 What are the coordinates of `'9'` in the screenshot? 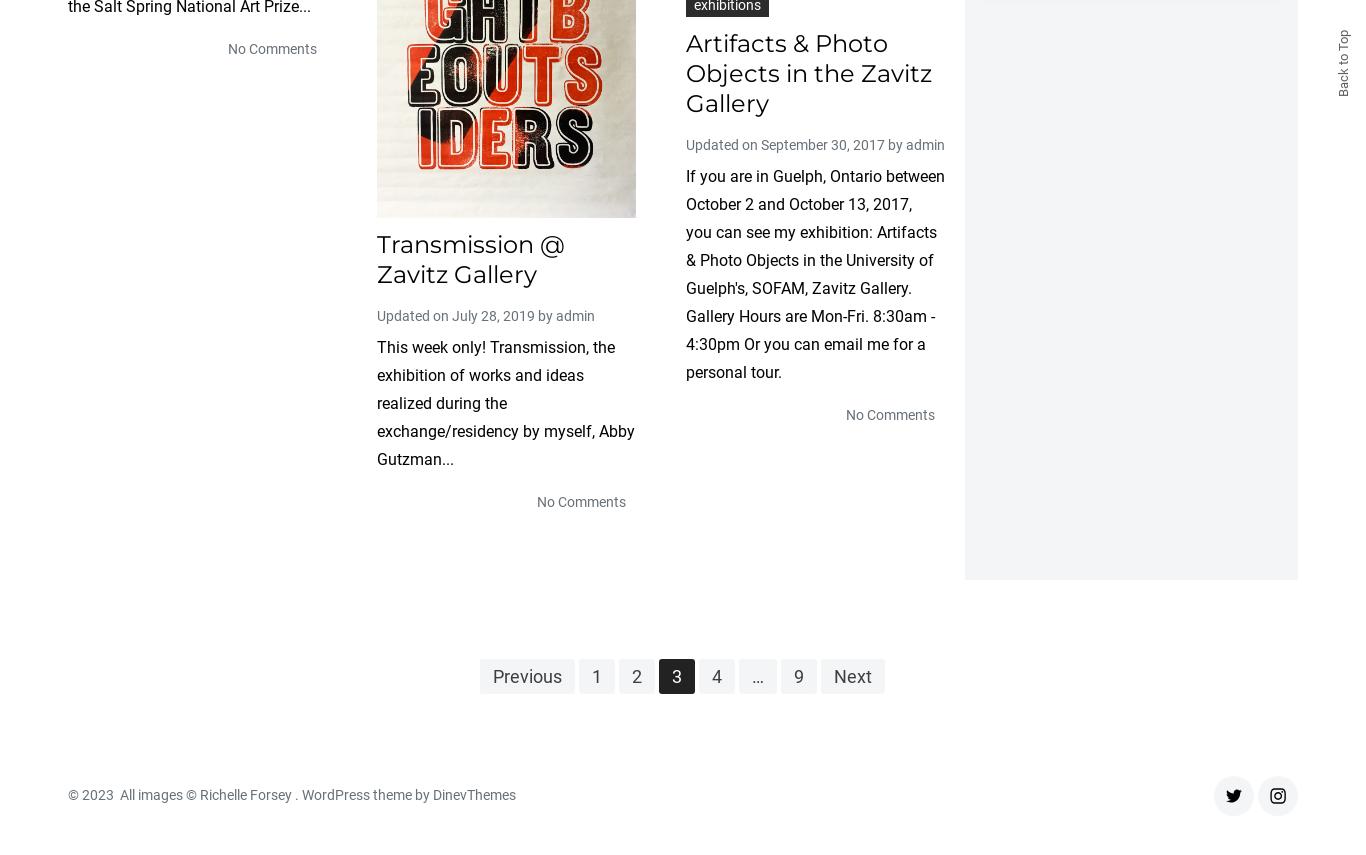 It's located at (797, 675).